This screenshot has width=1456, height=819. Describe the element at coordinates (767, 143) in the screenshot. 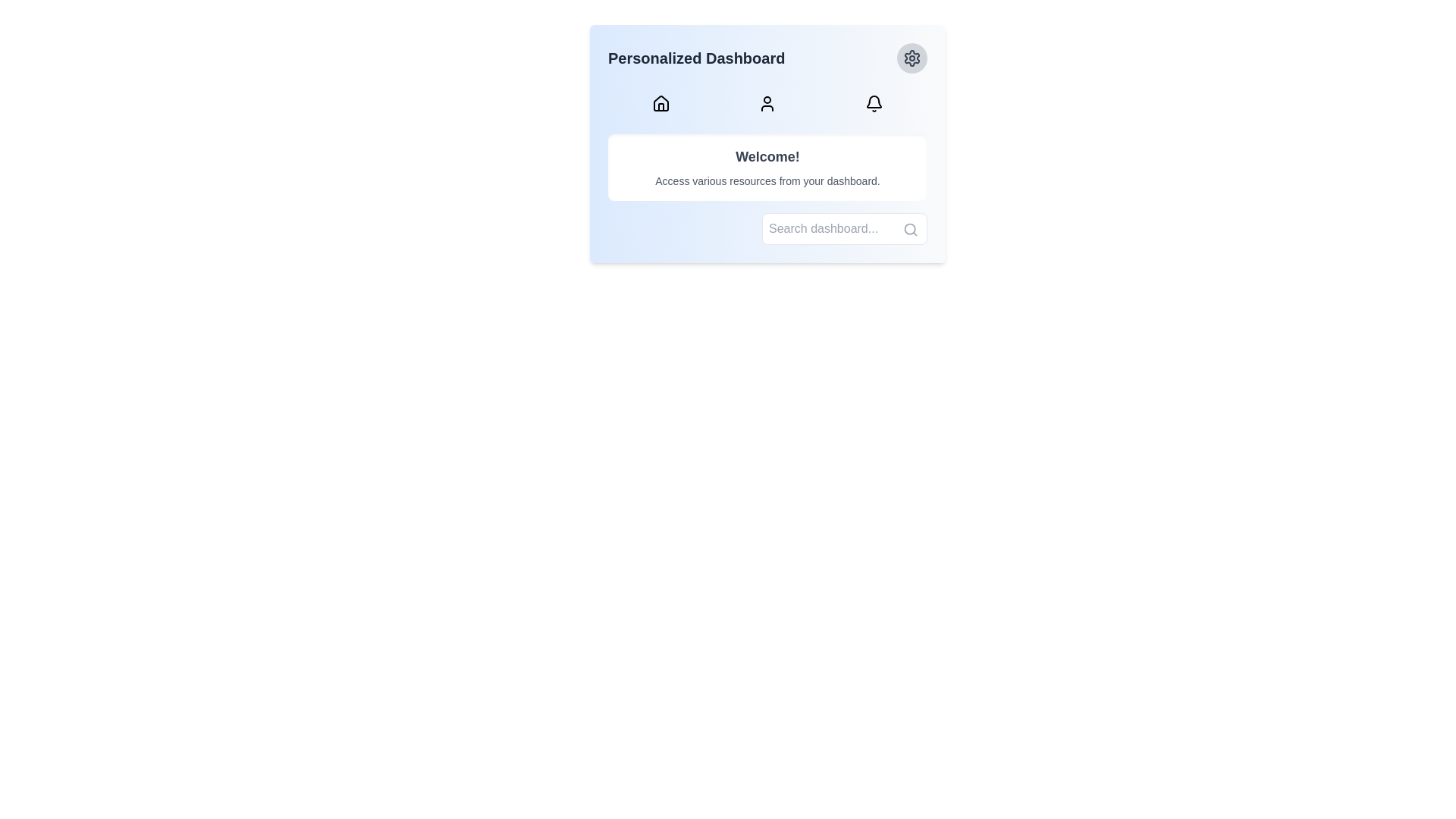

I see `the Informational Panel, which serves as an introductory section providing a welcome message and description of the dashboard, located centrally below the 'Personalized Dashboard' title and above the search bar` at that location.